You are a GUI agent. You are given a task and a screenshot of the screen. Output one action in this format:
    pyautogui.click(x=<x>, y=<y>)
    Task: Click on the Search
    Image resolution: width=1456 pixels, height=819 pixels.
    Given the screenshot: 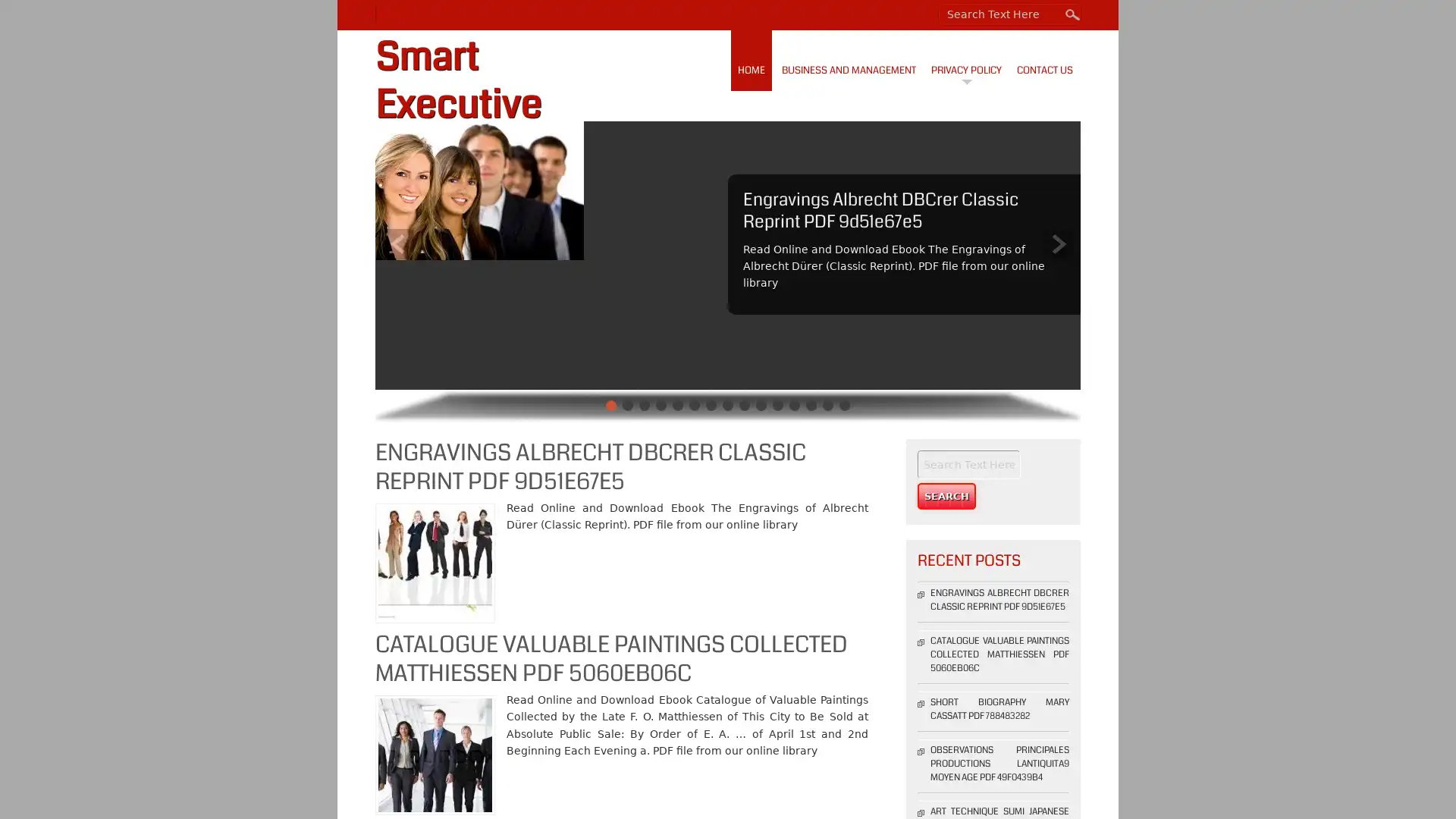 What is the action you would take?
    pyautogui.click(x=946, y=496)
    